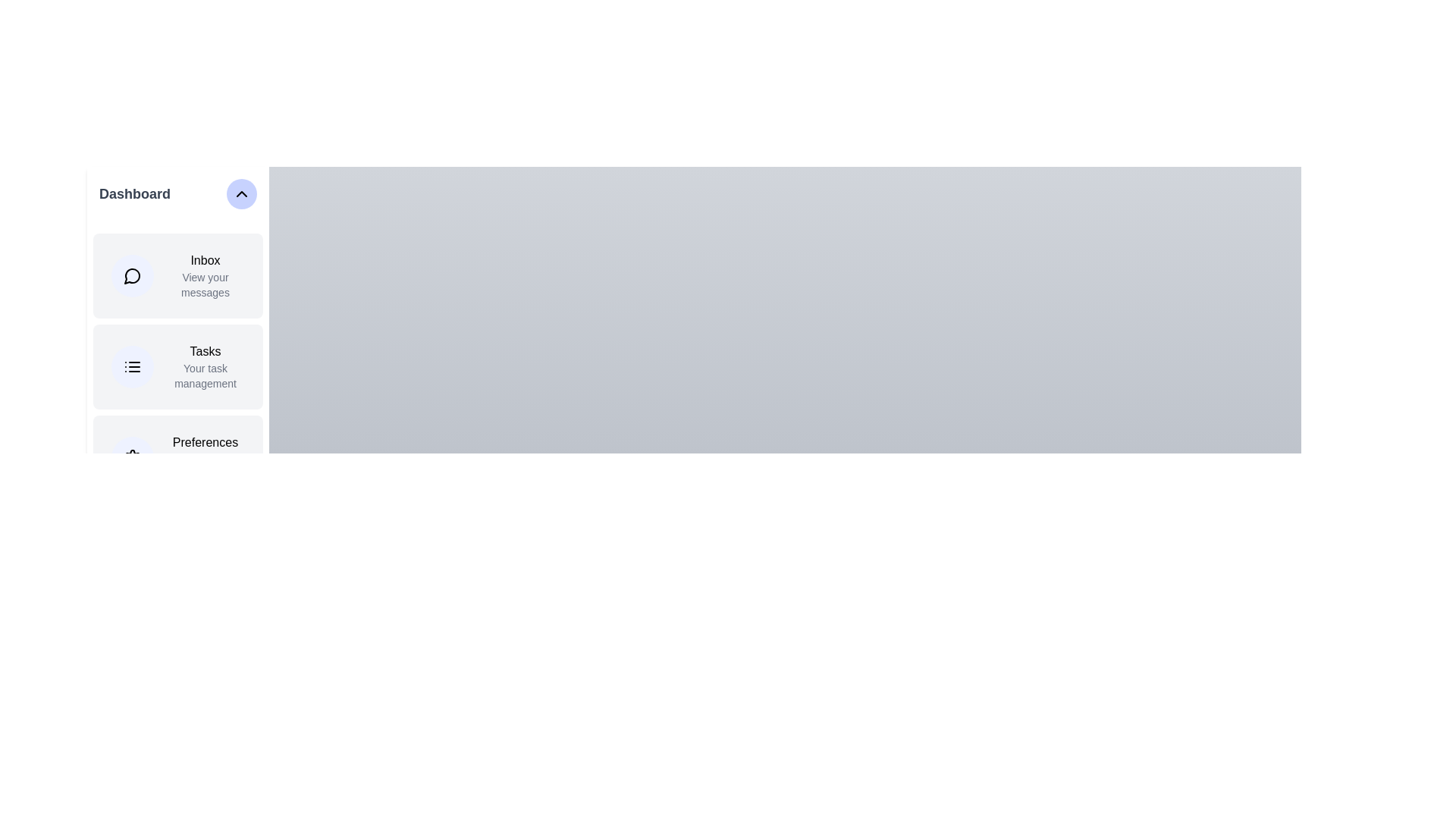  Describe the element at coordinates (178, 275) in the screenshot. I see `the menu item Inbox from the sidebar` at that location.